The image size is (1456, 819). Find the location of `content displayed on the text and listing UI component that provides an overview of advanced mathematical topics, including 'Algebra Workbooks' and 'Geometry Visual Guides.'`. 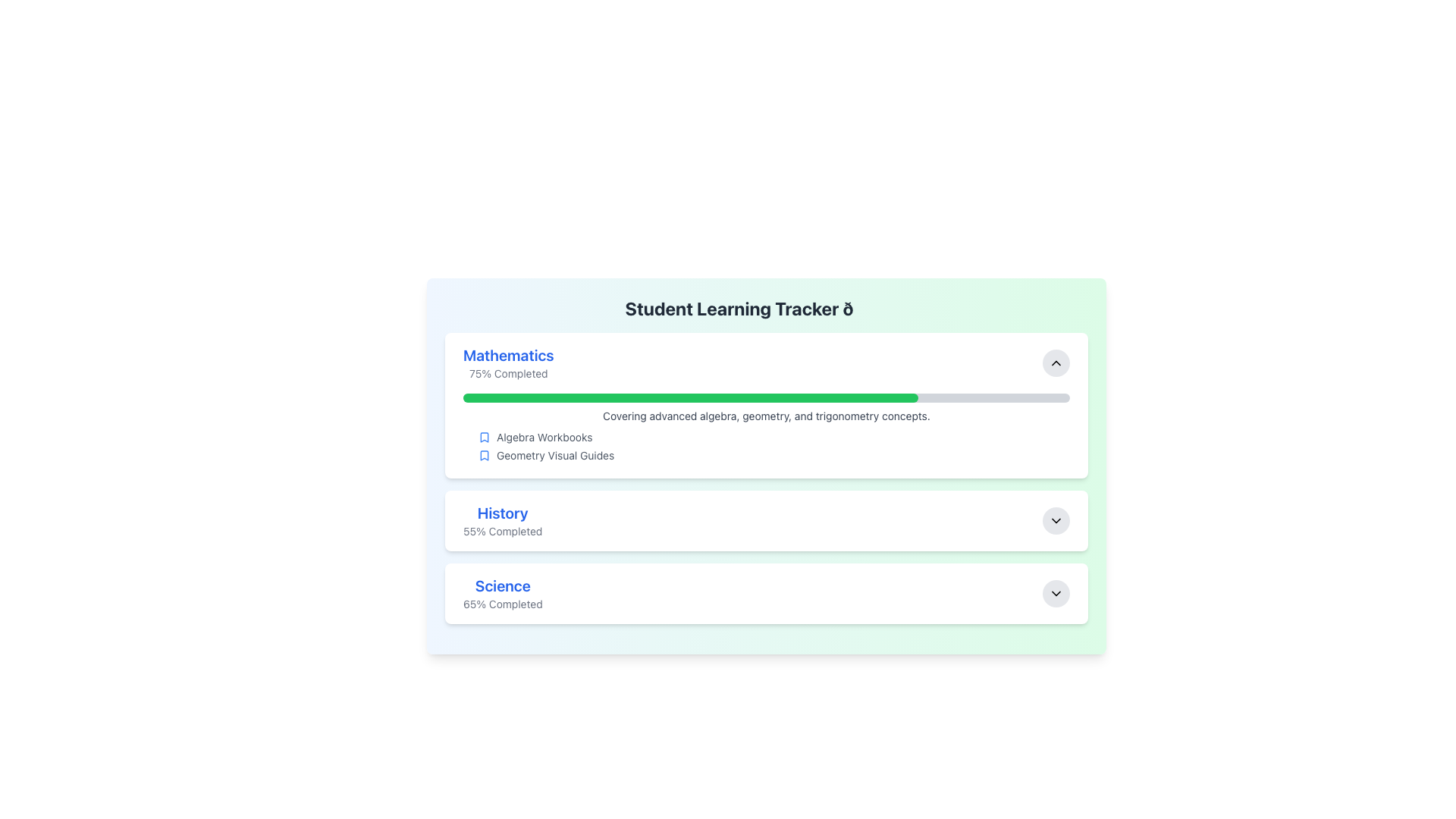

content displayed on the text and listing UI component that provides an overview of advanced mathematical topics, including 'Algebra Workbooks' and 'Geometry Visual Guides.' is located at coordinates (767, 428).